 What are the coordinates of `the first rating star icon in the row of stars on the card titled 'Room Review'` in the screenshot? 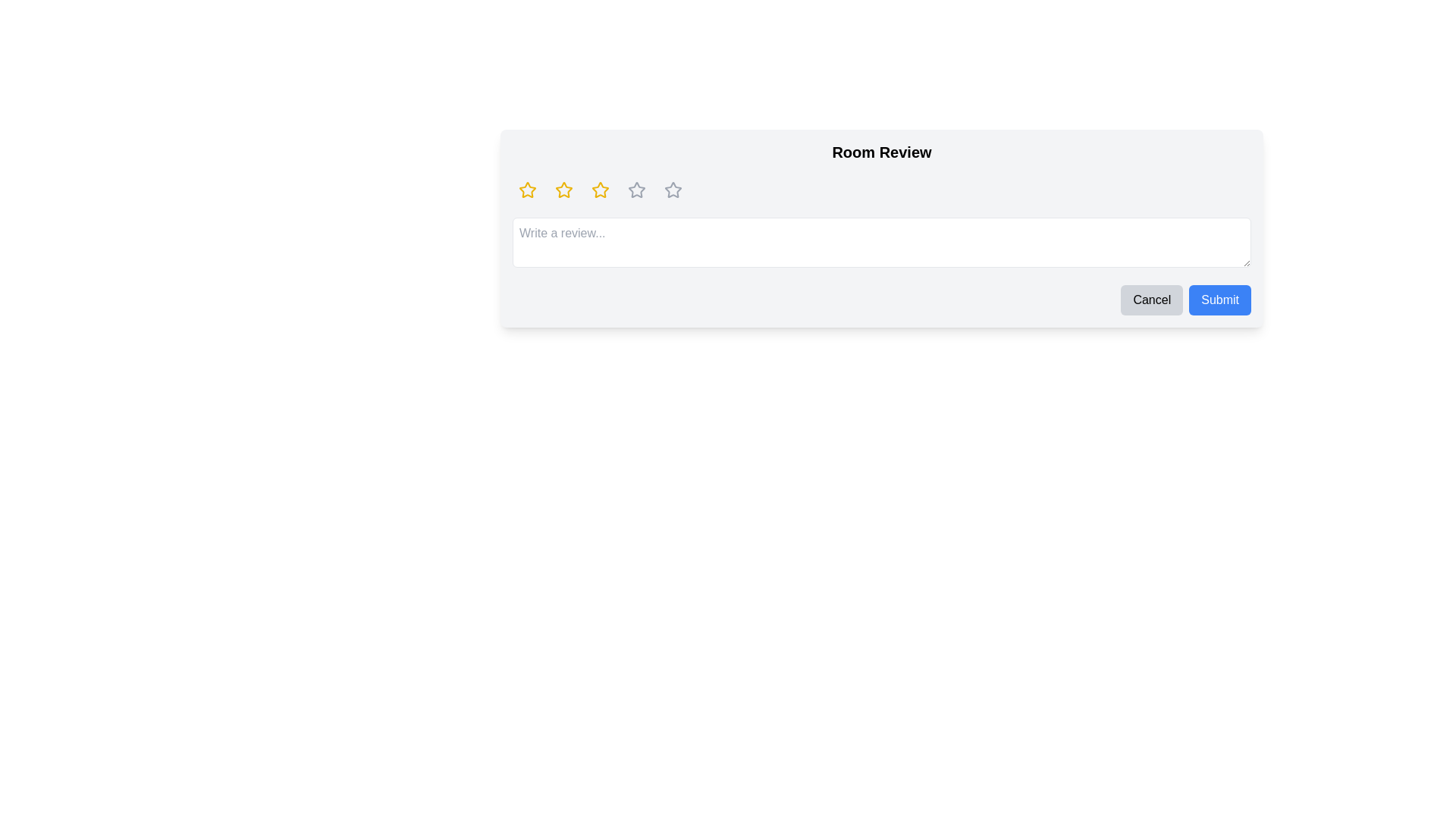 It's located at (528, 189).